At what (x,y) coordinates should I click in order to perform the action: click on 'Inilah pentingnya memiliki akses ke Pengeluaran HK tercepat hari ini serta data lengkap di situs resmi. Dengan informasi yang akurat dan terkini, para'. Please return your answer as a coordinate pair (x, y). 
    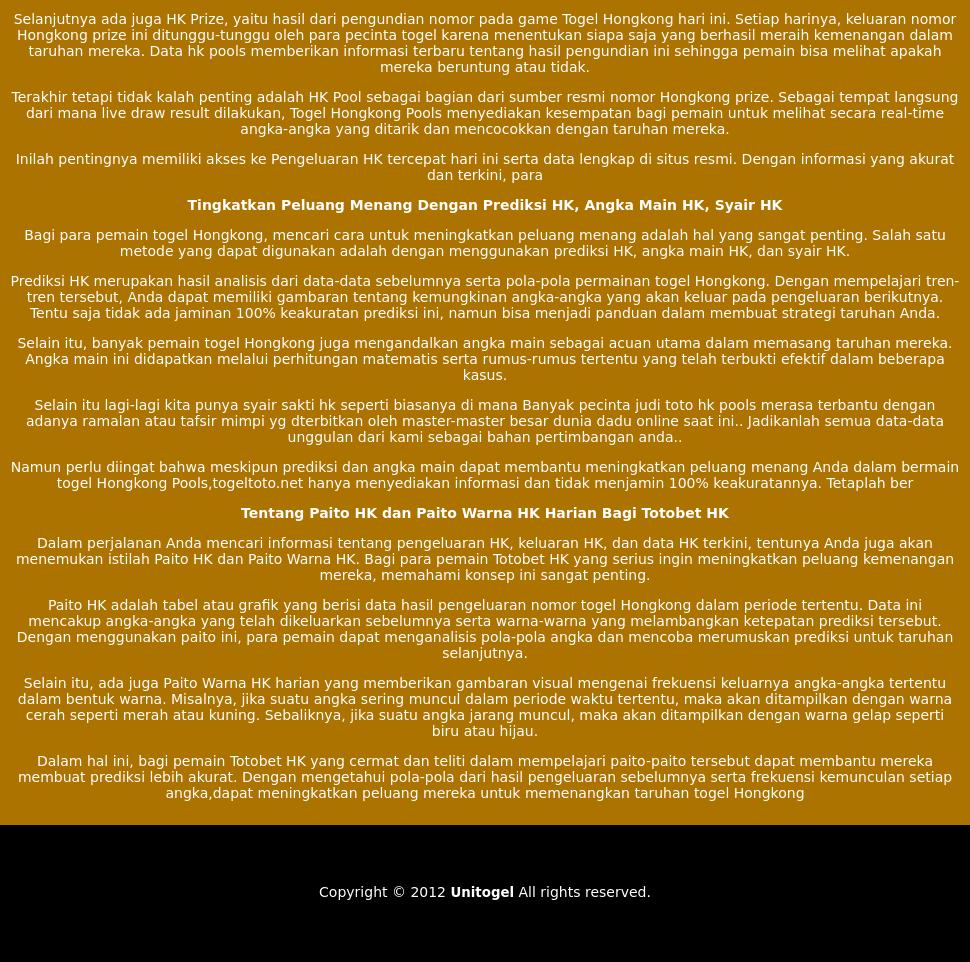
    Looking at the image, I should click on (483, 166).